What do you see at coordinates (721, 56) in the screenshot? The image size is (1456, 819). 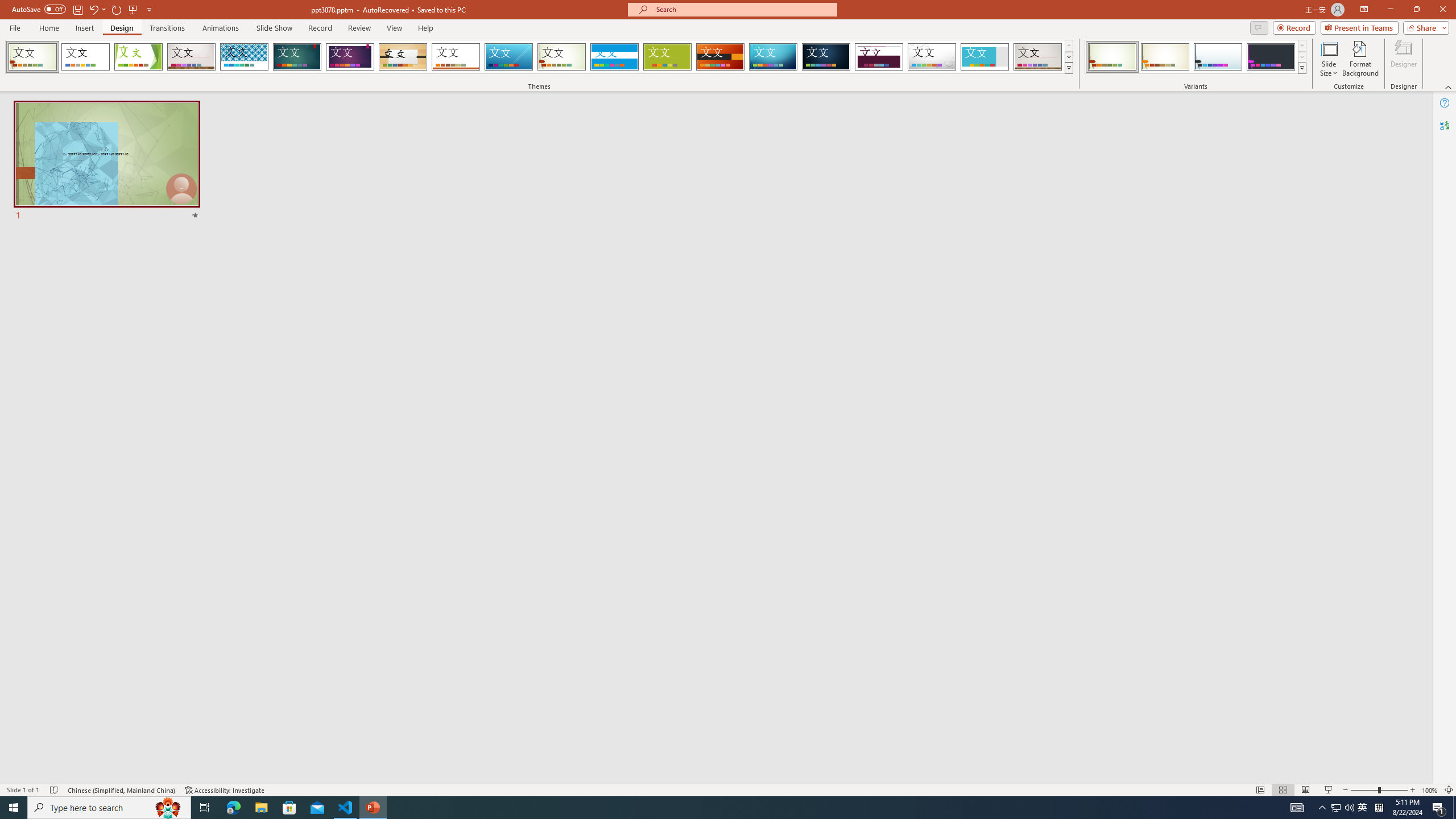 I see `'Berlin'` at bounding box center [721, 56].